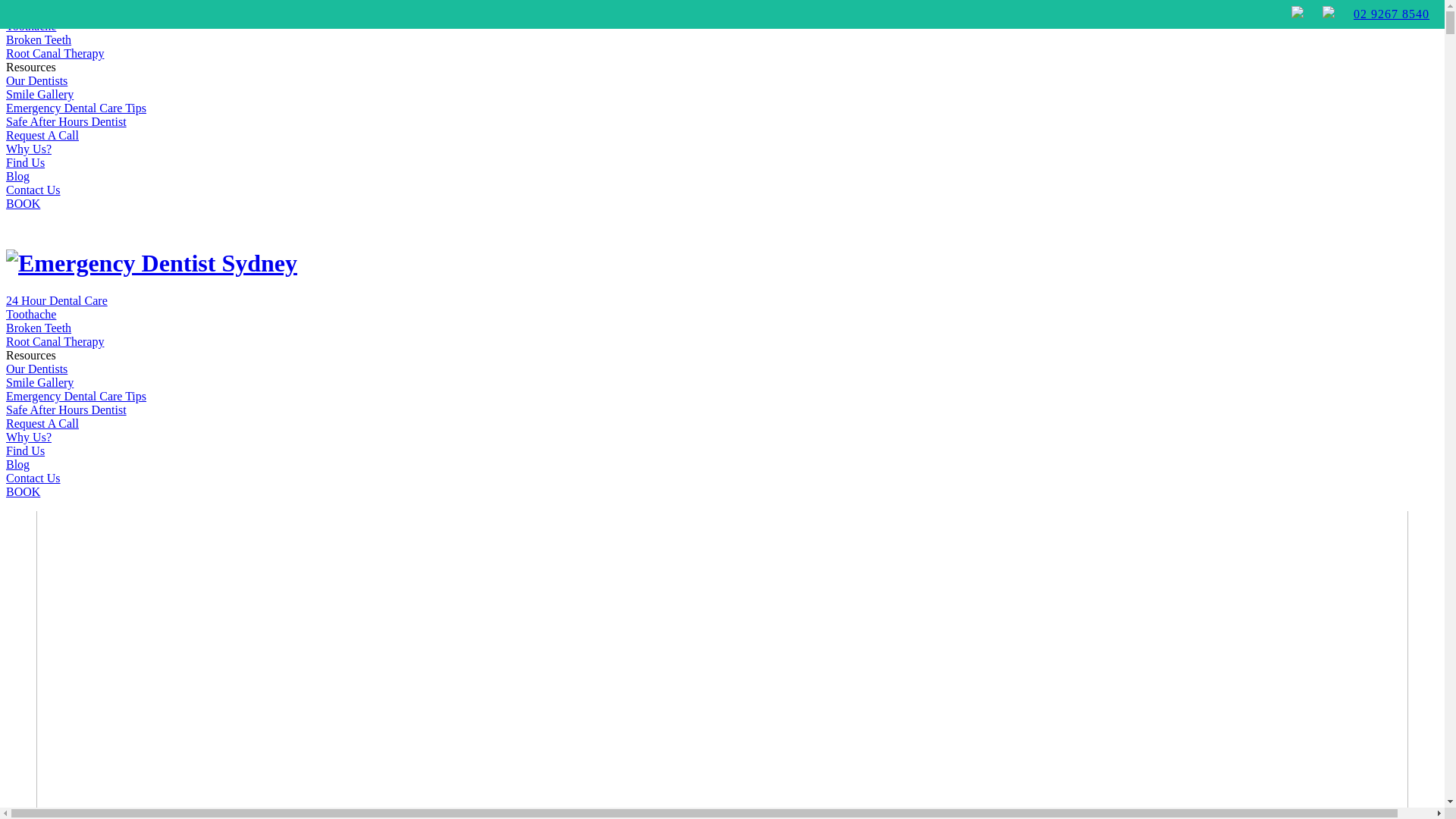  Describe the element at coordinates (75, 395) in the screenshot. I see `'Emergency Dental Care Tips'` at that location.